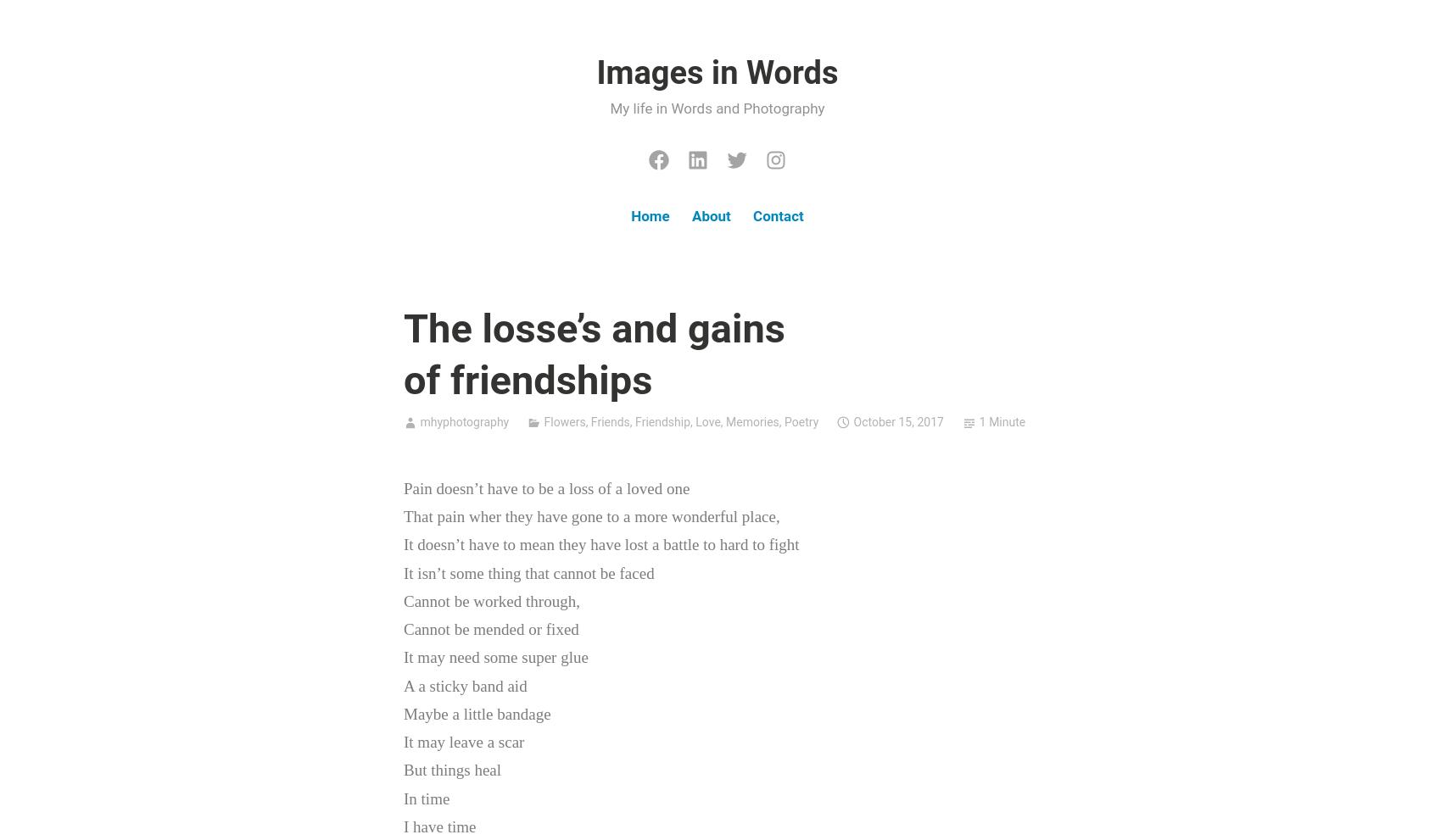 This screenshot has height=840, width=1435. I want to click on 'Images in Words', so click(717, 72).